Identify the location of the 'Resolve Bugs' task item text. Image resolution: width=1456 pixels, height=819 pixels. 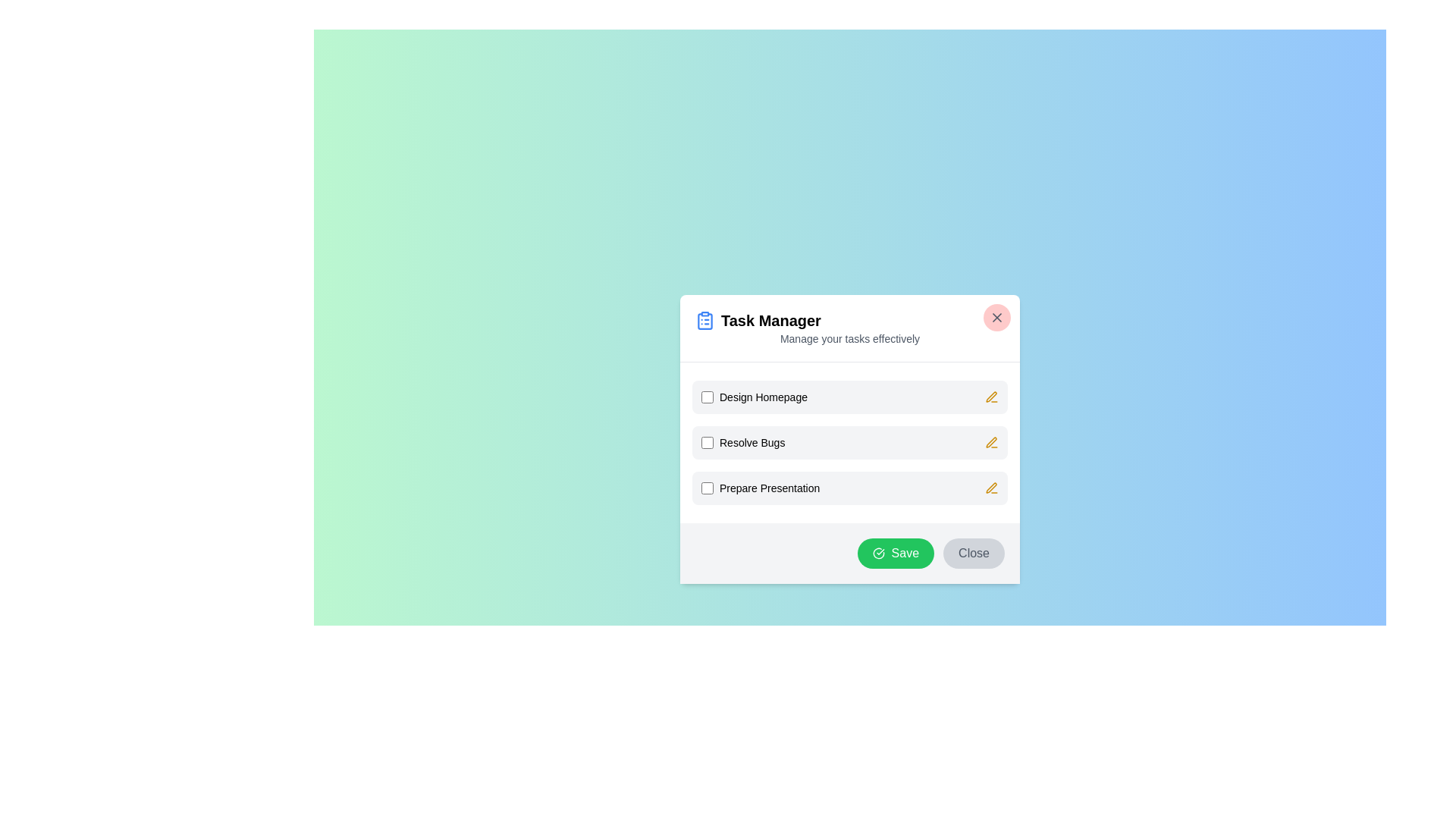
(743, 442).